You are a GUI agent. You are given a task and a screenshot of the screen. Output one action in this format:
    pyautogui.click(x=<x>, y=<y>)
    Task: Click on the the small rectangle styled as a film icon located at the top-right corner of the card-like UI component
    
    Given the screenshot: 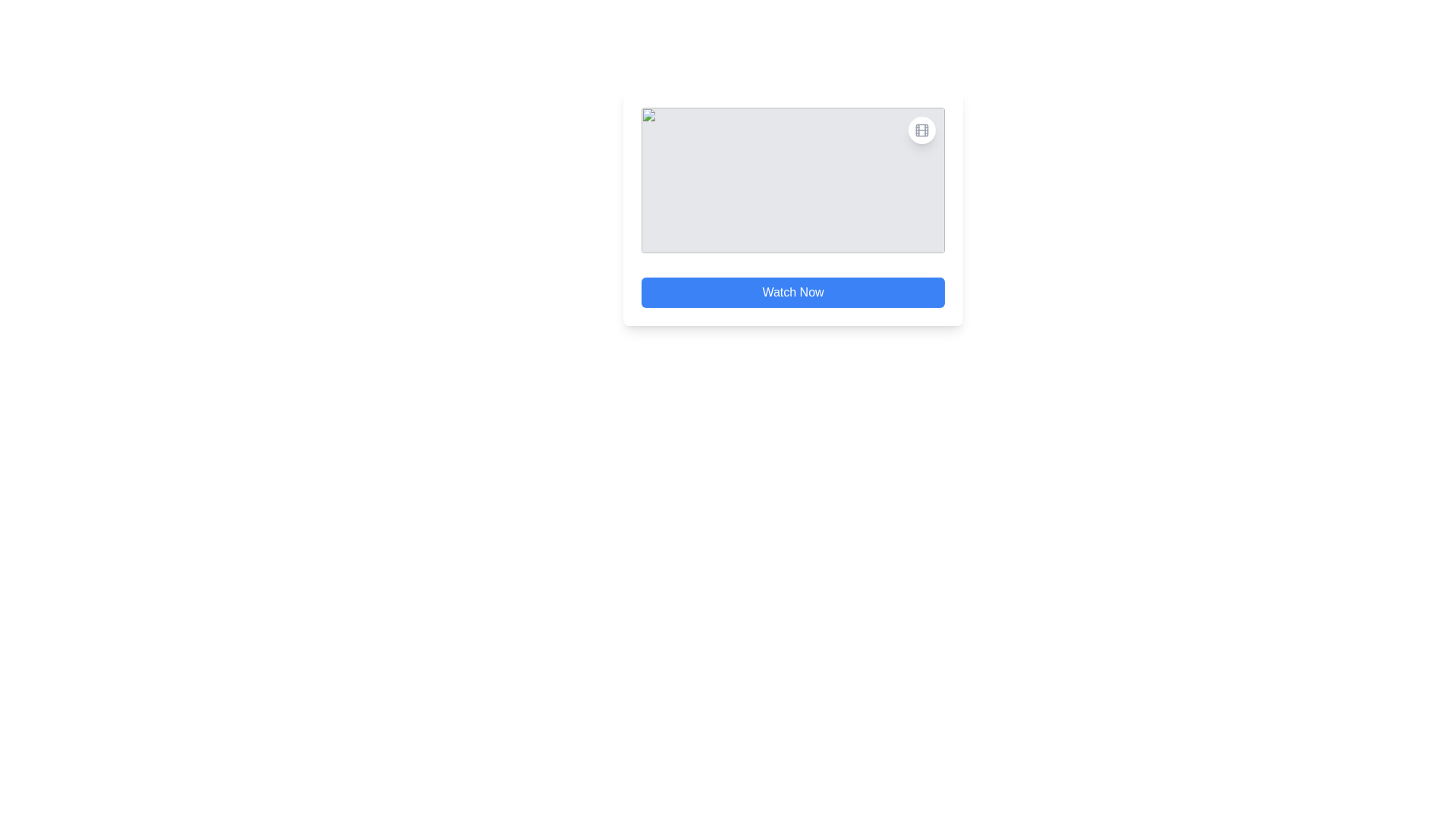 What is the action you would take?
    pyautogui.click(x=921, y=130)
    